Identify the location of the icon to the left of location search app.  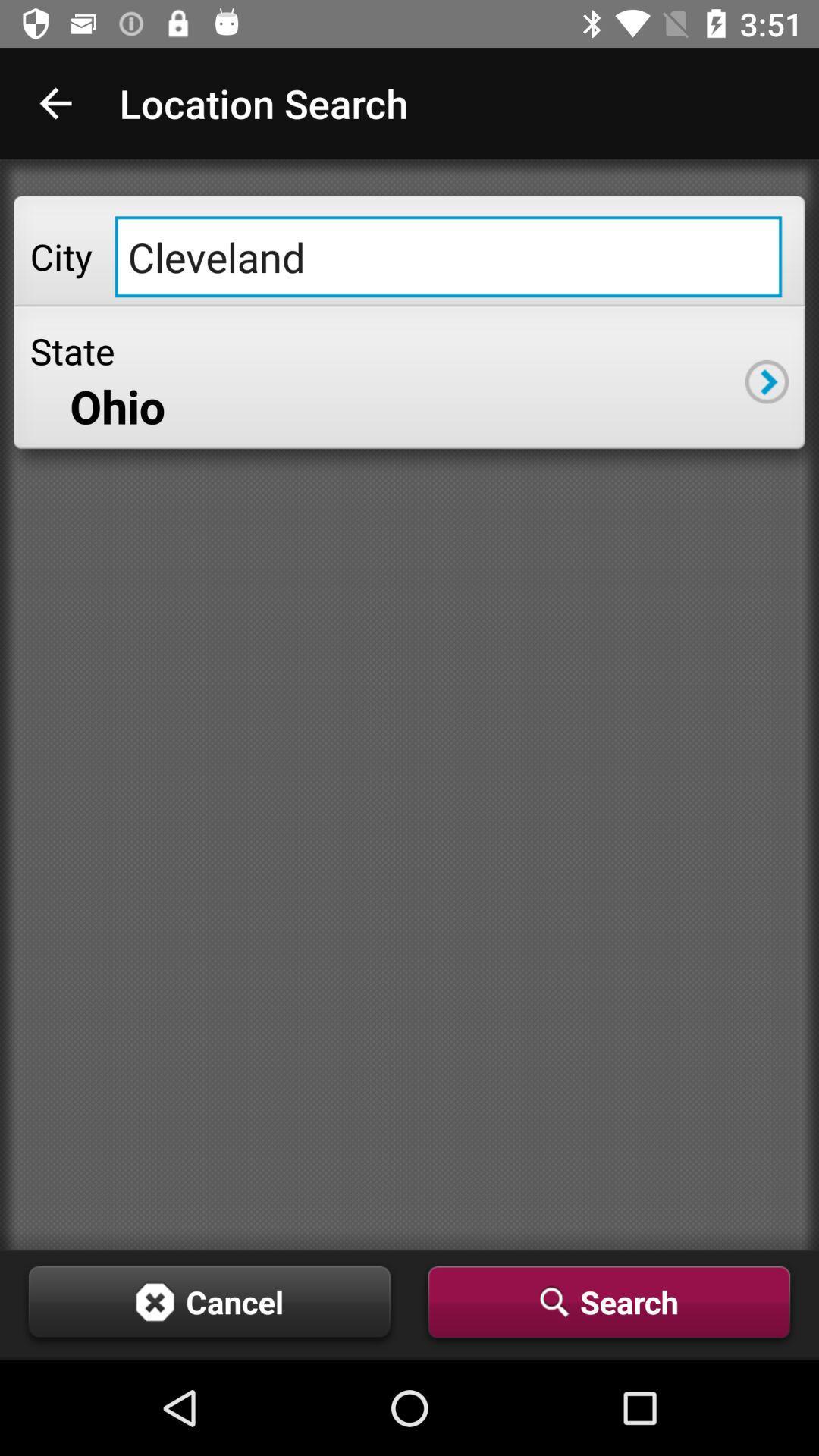
(55, 102).